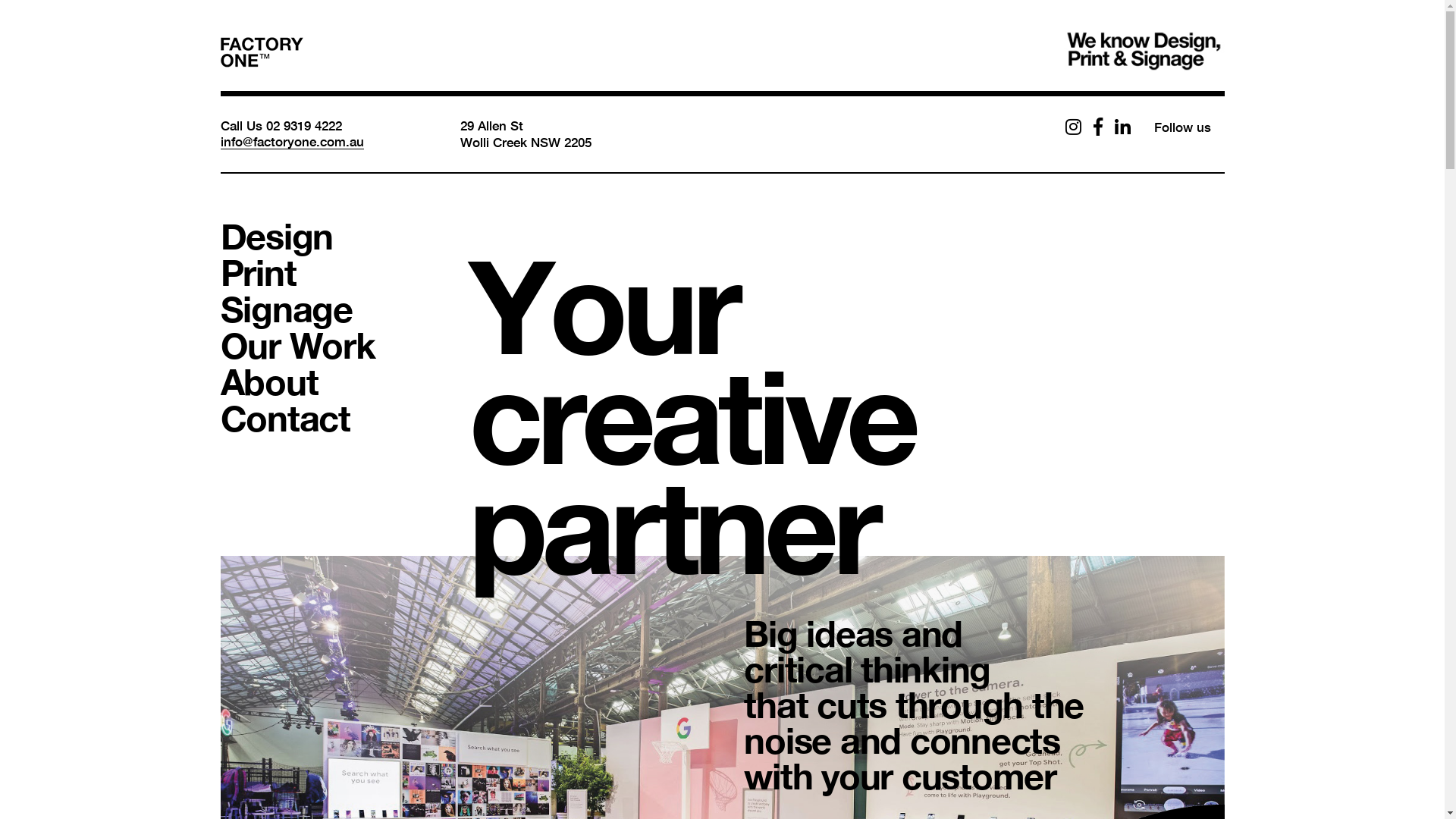 This screenshot has width=1456, height=819. I want to click on 'About', so click(268, 380).